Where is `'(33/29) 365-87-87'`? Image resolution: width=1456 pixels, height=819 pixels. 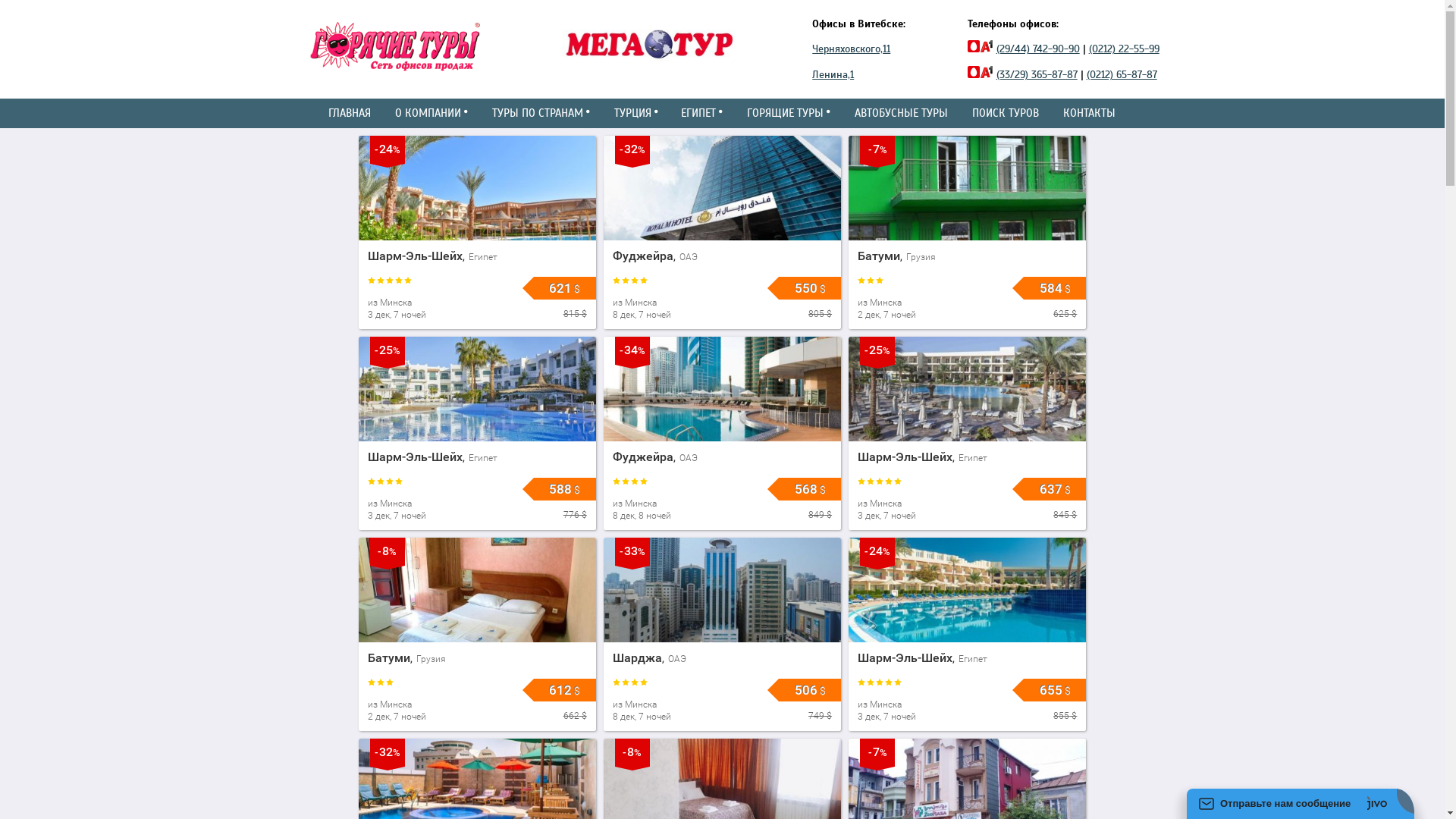
'(33/29) 365-87-87' is located at coordinates (1036, 74).